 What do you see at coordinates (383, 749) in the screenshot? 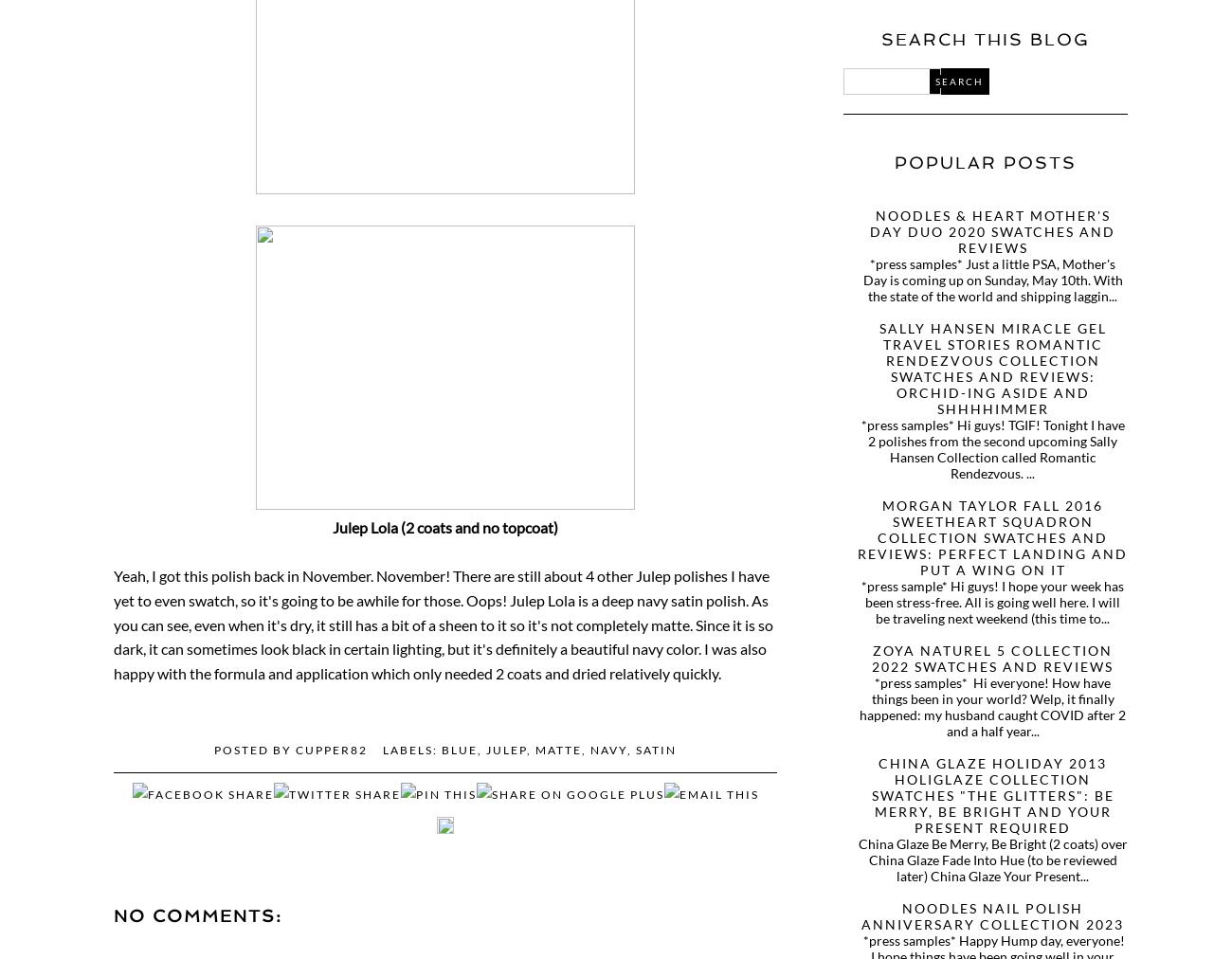
I see `'Labels:'` at bounding box center [383, 749].